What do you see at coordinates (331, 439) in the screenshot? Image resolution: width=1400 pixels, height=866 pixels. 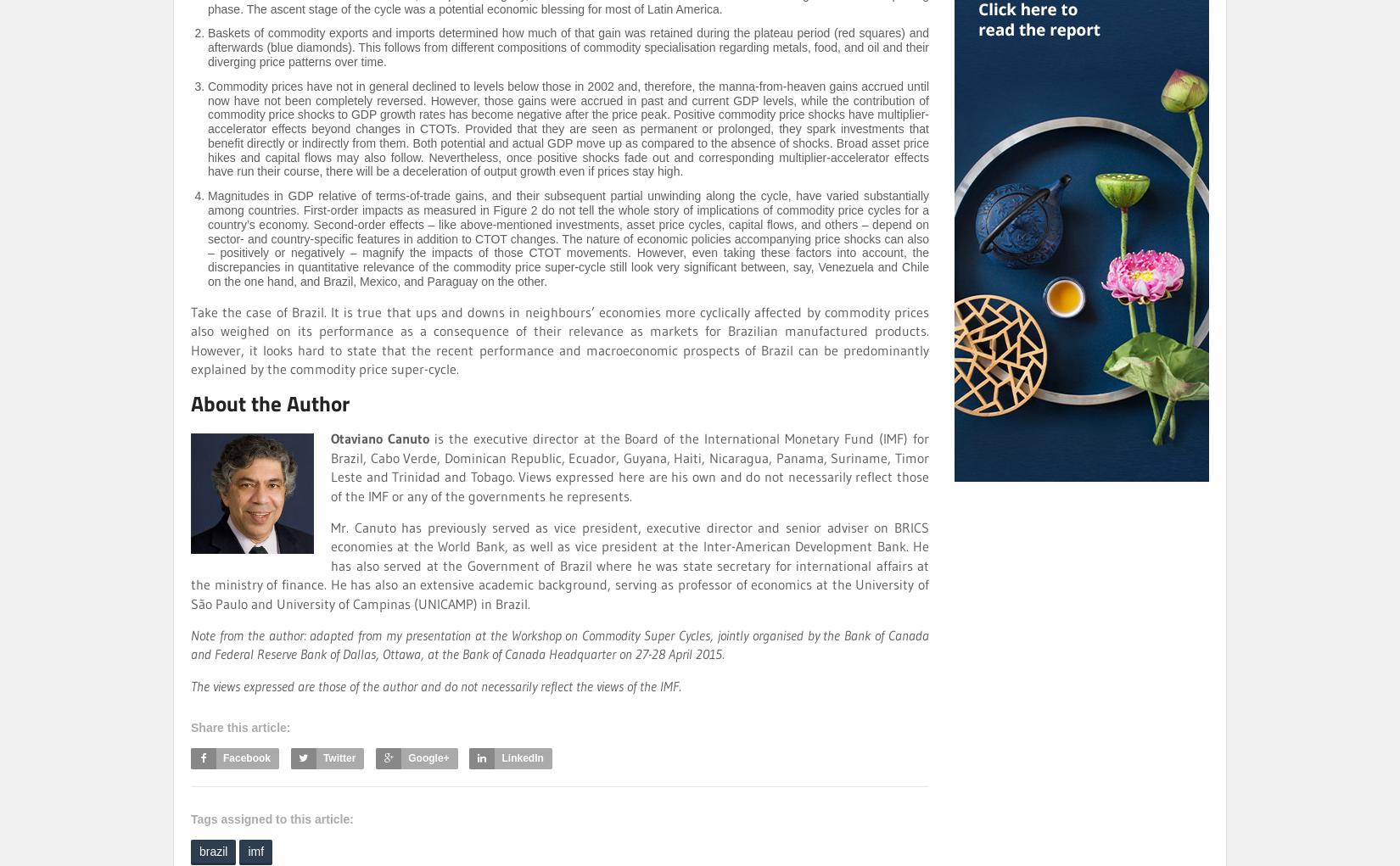 I see `'Otaviano Canuto'` at bounding box center [331, 439].